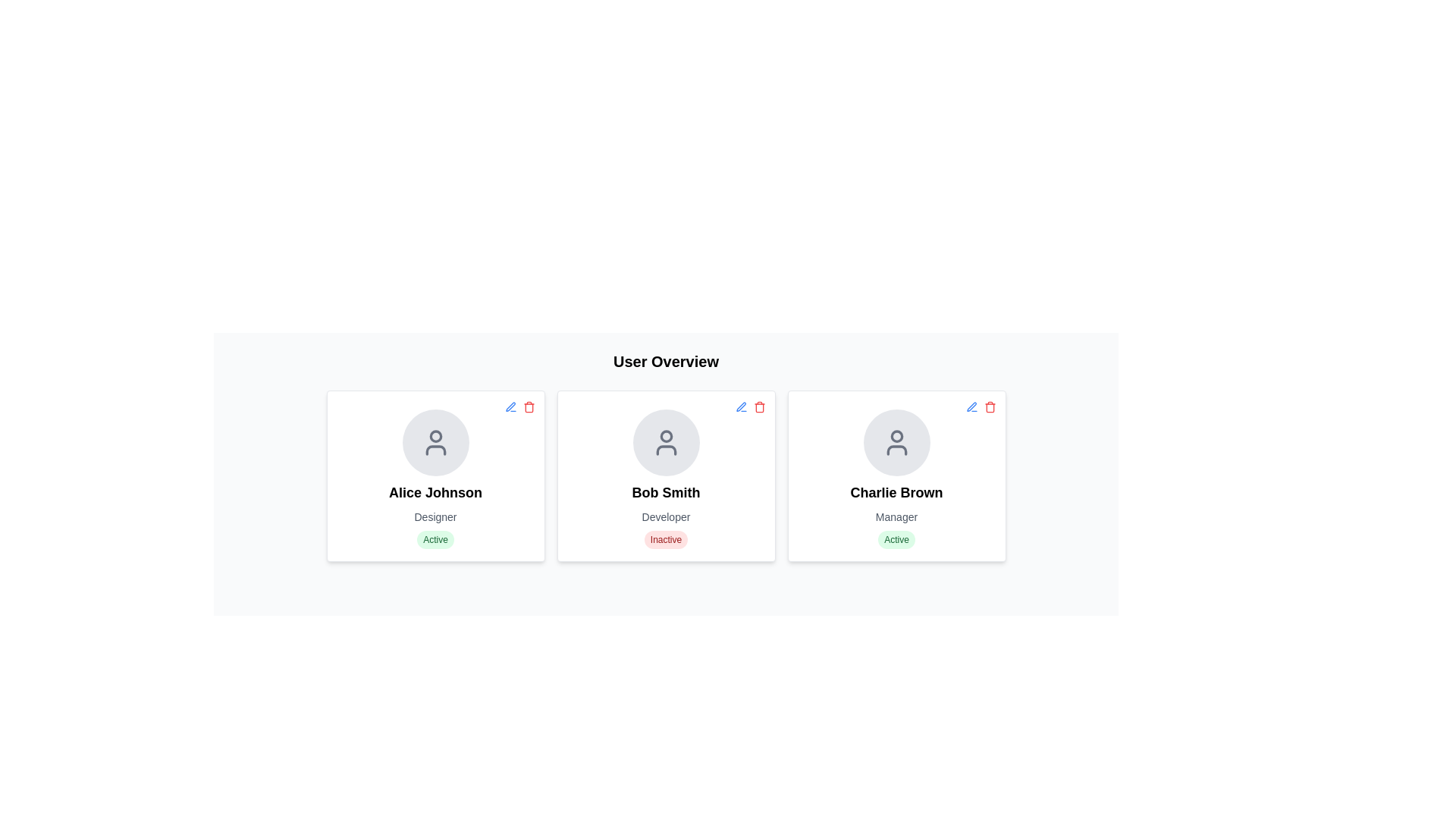 Image resolution: width=1456 pixels, height=819 pixels. Describe the element at coordinates (529, 406) in the screenshot. I see `the red trash icon located in the top right corner of the card labeled 'Alice Johnson'` at that location.